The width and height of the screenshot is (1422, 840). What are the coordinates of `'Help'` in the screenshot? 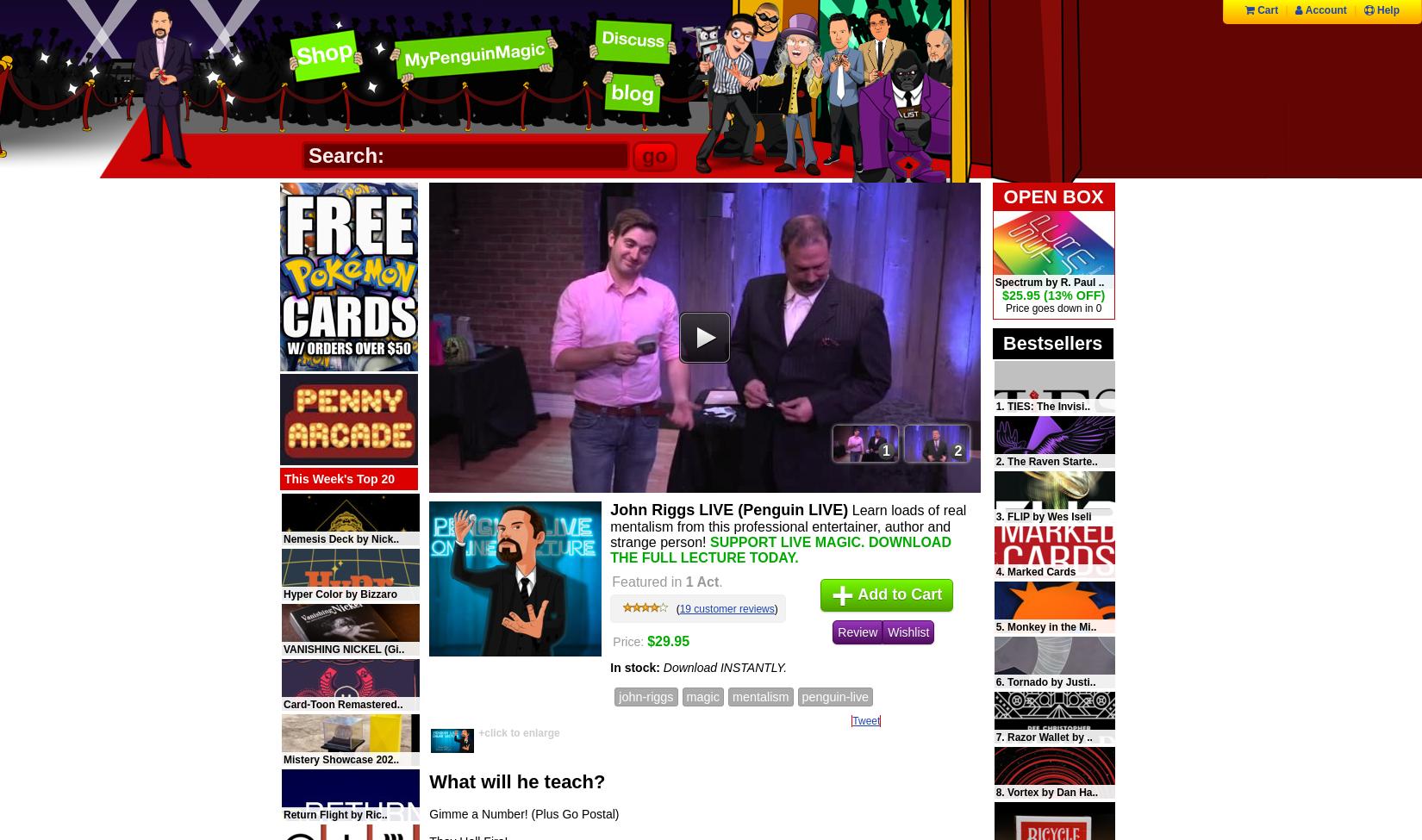 It's located at (1386, 9).